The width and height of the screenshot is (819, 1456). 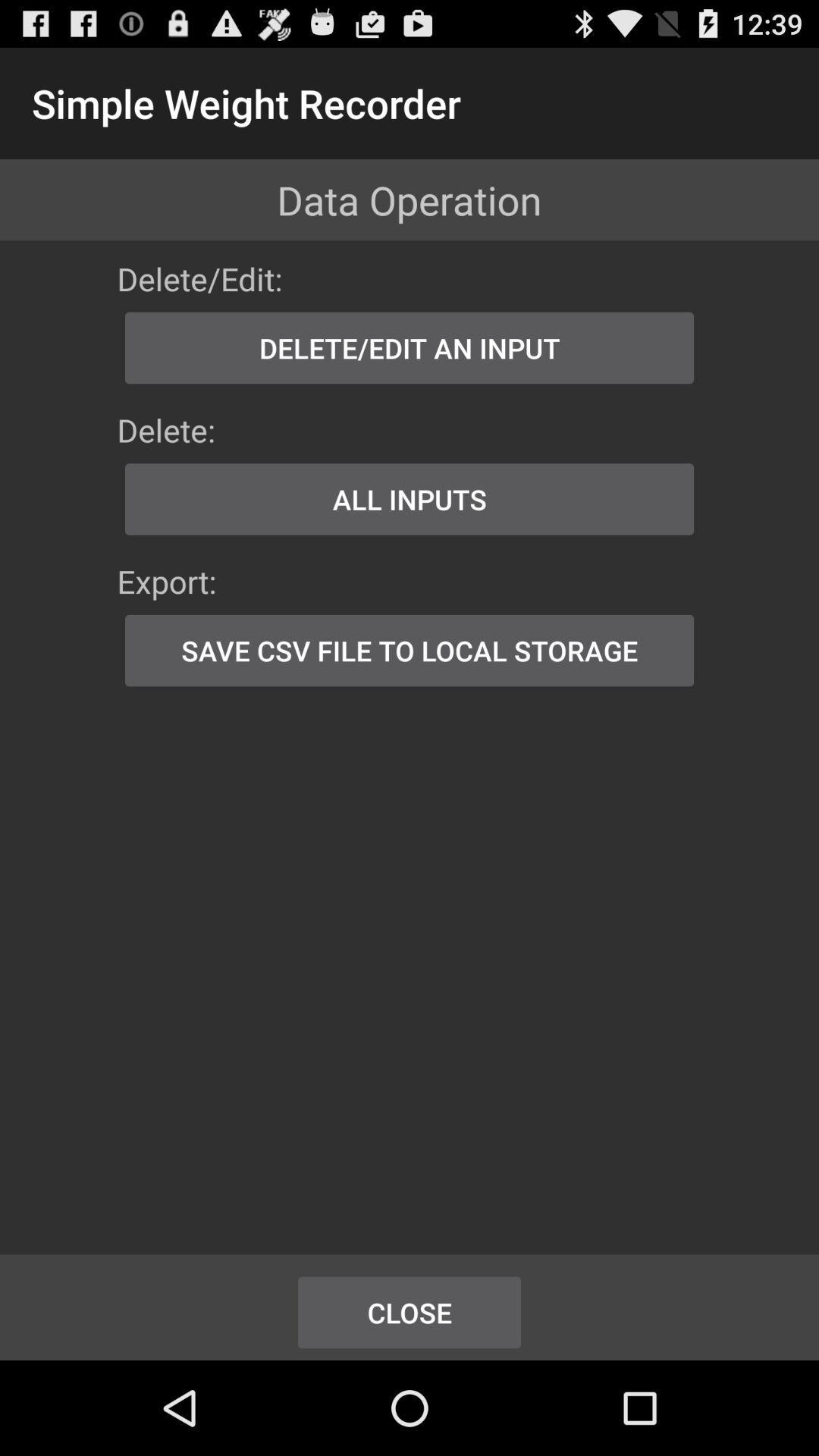 I want to click on the all inputs icon, so click(x=409, y=499).